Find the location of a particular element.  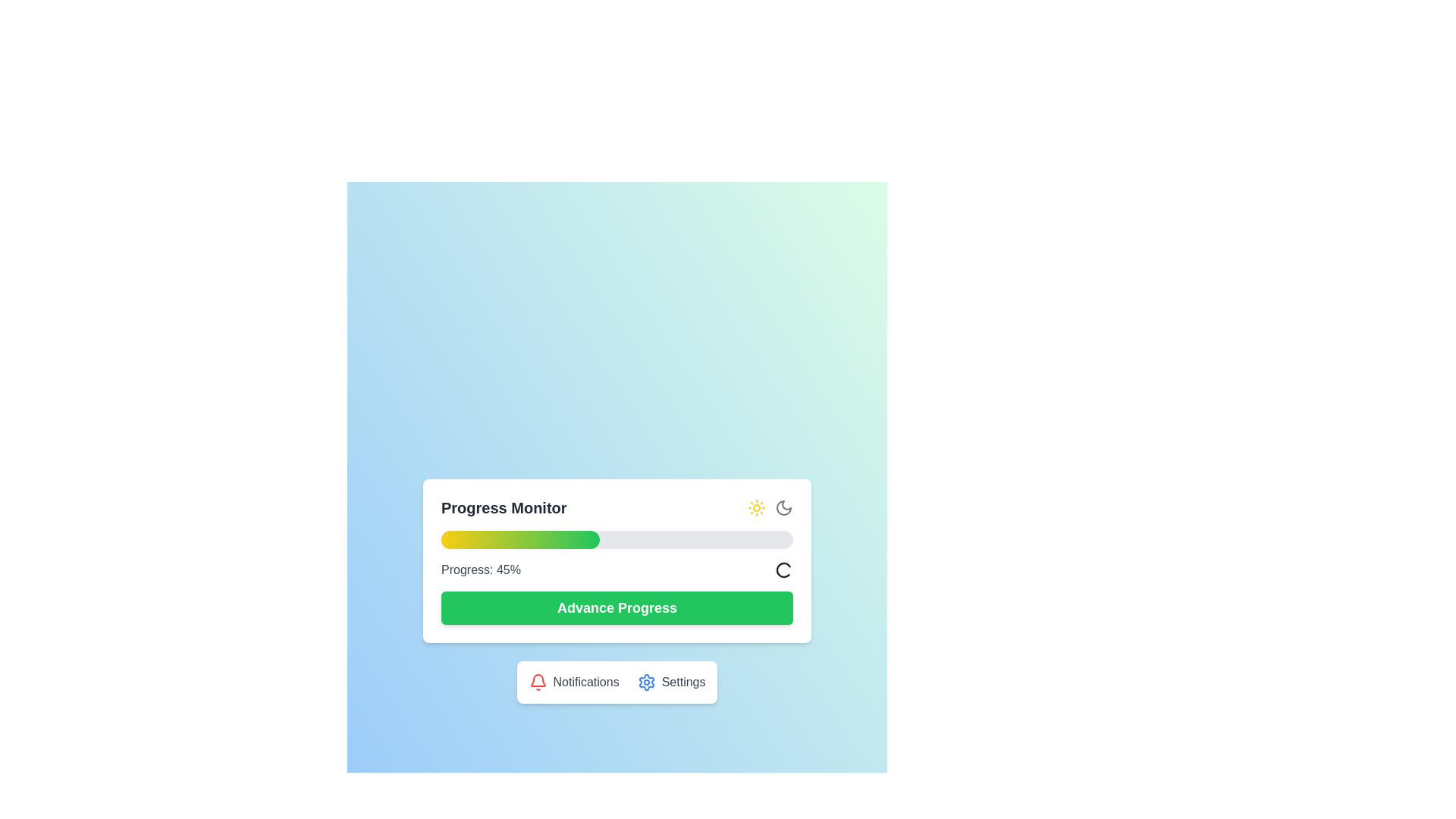

the 'Notifications' button, which is a small rectangular area with a red notification bell icon and dark gray text is located at coordinates (573, 681).